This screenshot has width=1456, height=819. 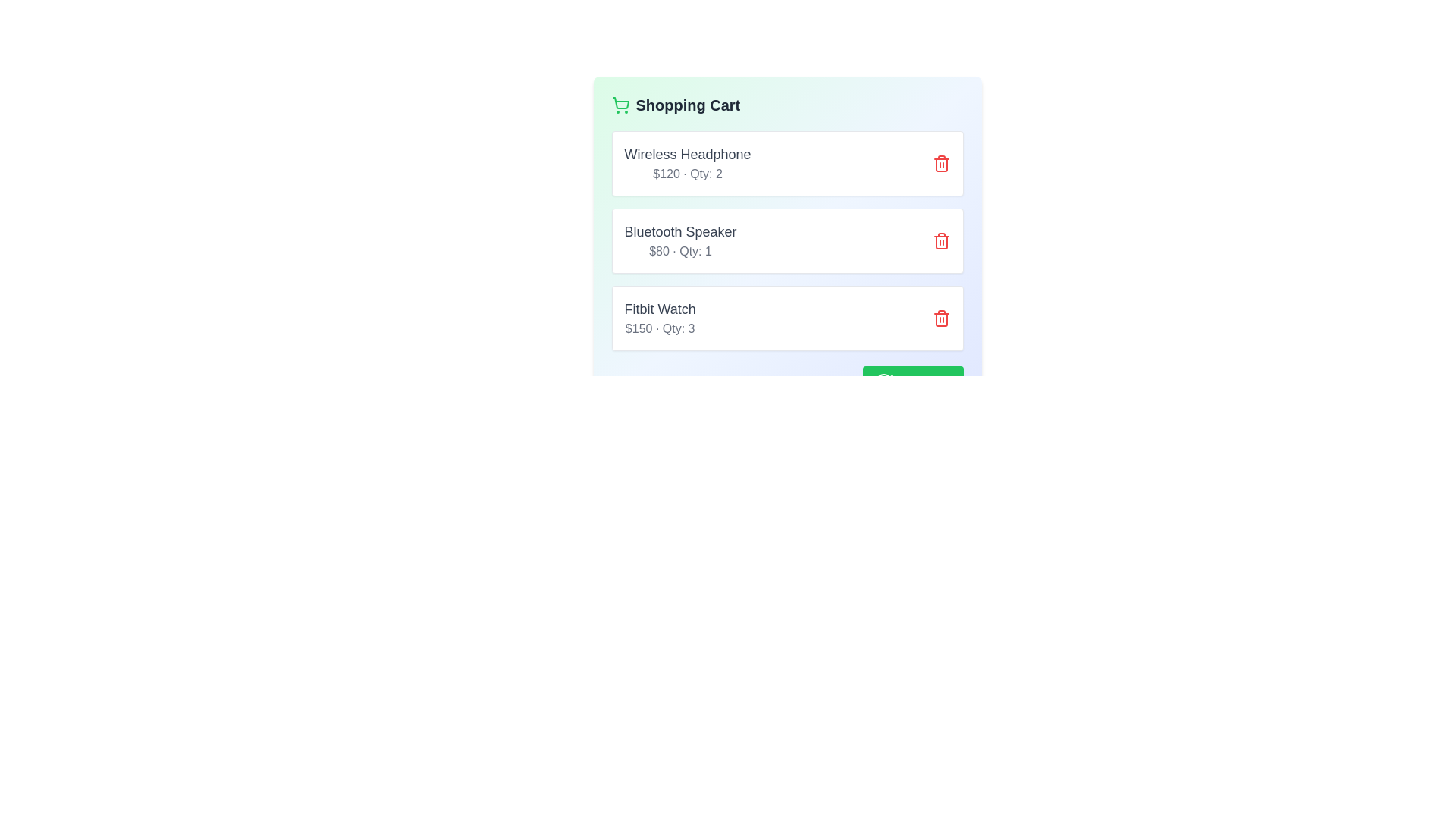 What do you see at coordinates (940, 240) in the screenshot?
I see `delete button next to the item Bluetooth Speaker to remove it from the cart` at bounding box center [940, 240].